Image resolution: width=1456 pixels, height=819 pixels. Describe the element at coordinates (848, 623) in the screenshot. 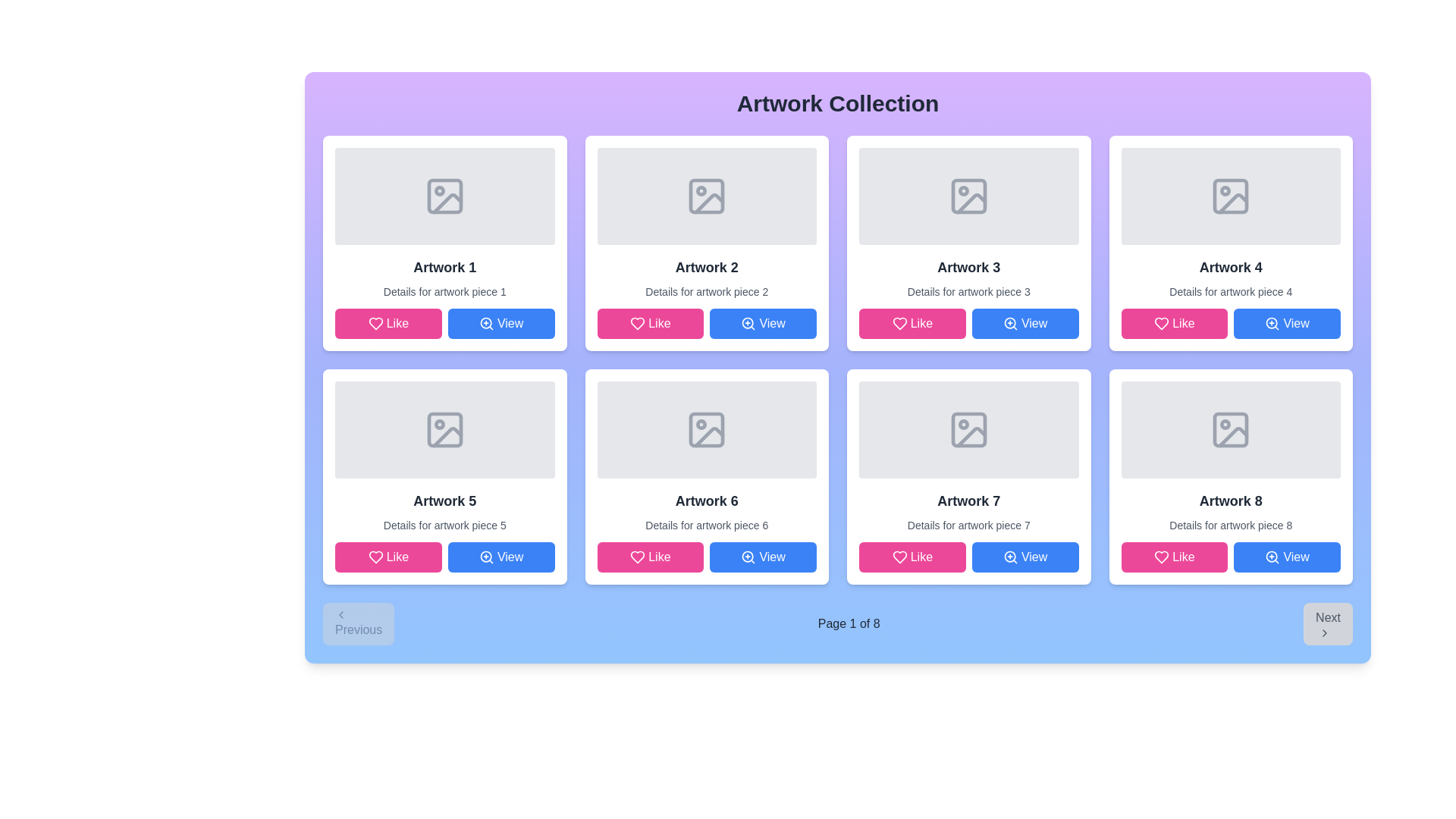

I see `the text label displaying 'Page 1 of 8' in a medium-weight, gray font located on a blue background within the pagination control bar at the bottom of the page` at that location.